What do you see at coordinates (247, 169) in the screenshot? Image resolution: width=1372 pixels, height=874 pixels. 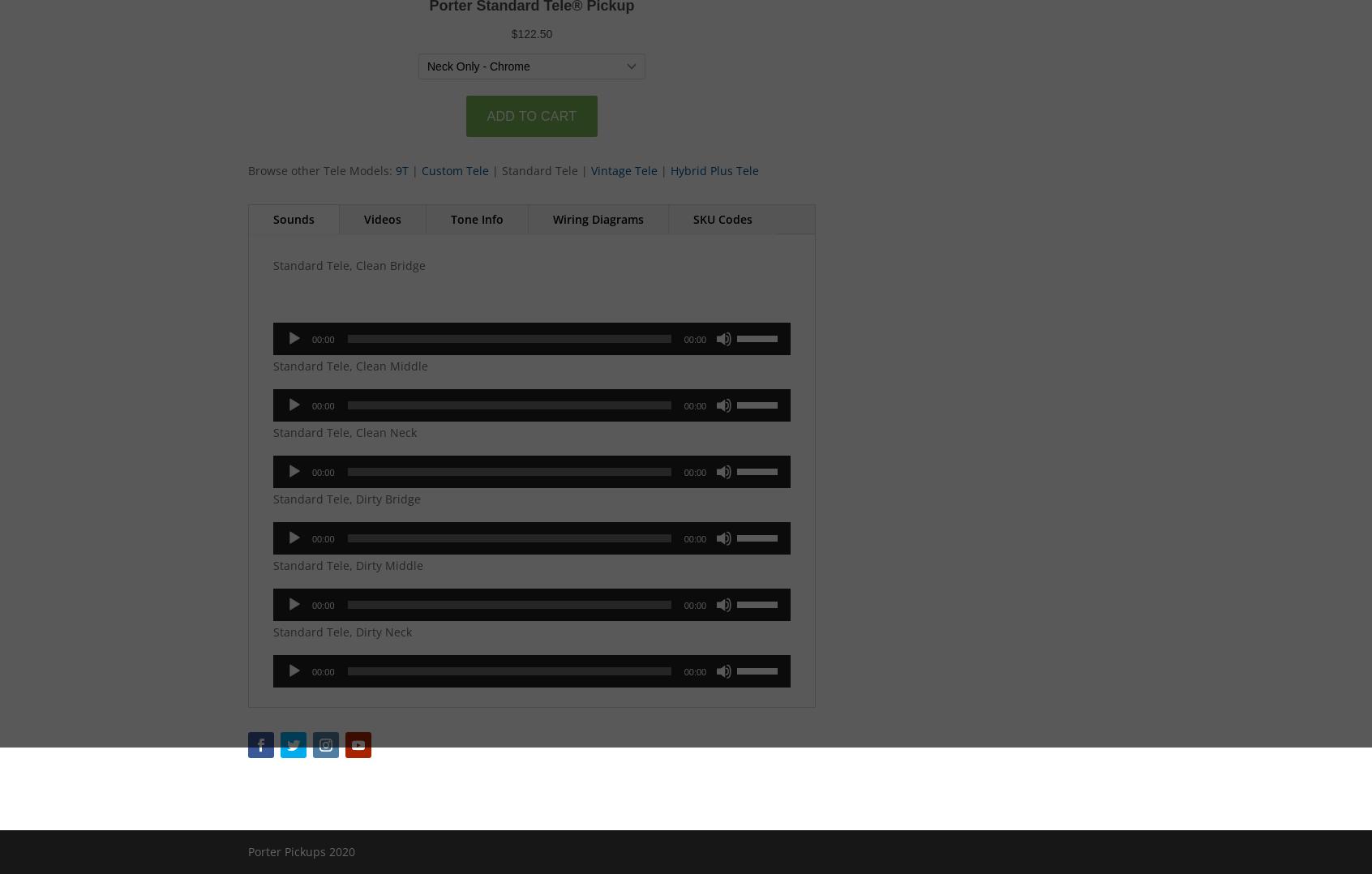 I see `'Browse other Tele Models:'` at bounding box center [247, 169].